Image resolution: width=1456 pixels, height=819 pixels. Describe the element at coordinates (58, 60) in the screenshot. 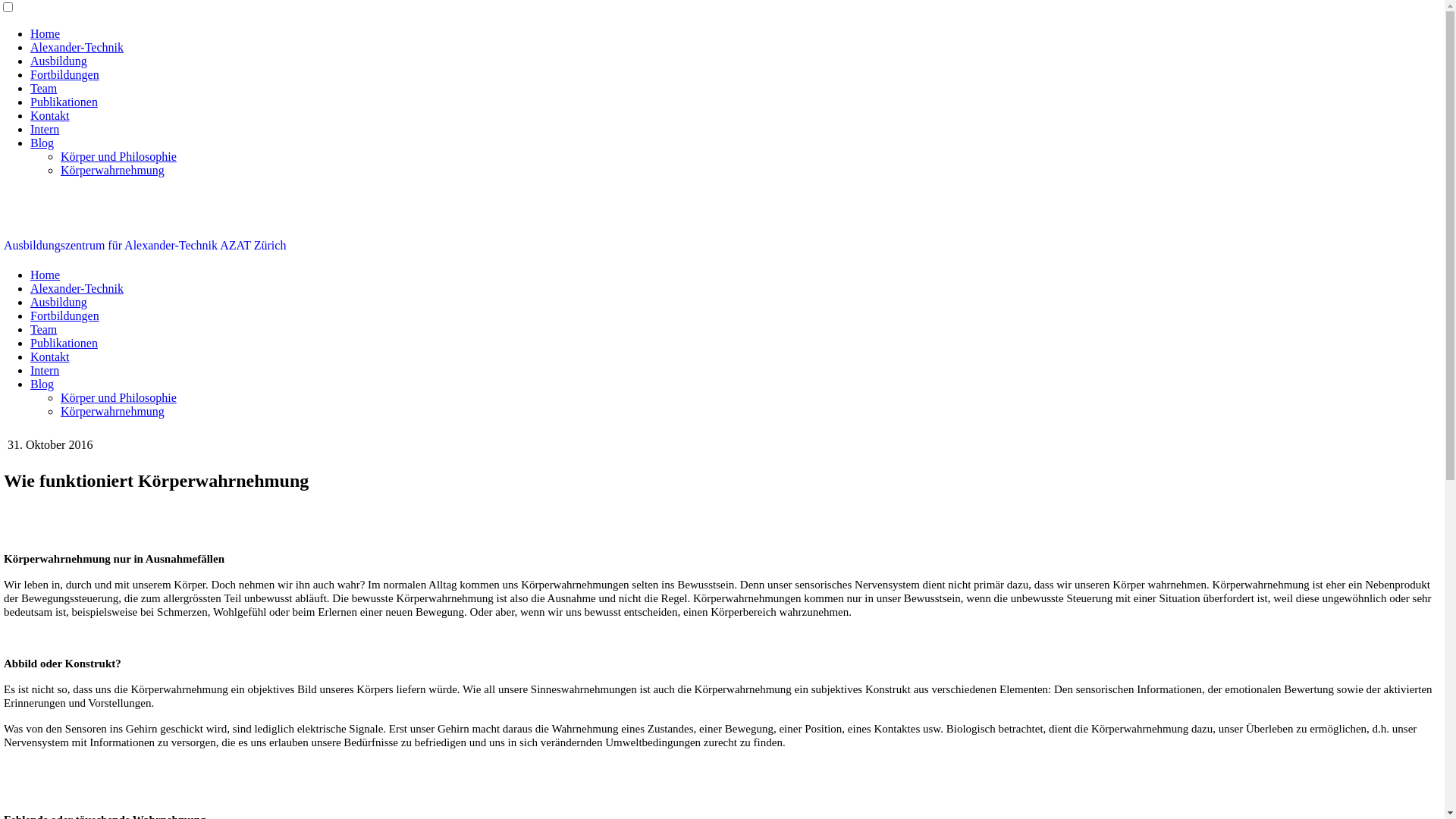

I see `'Ausbildung'` at that location.